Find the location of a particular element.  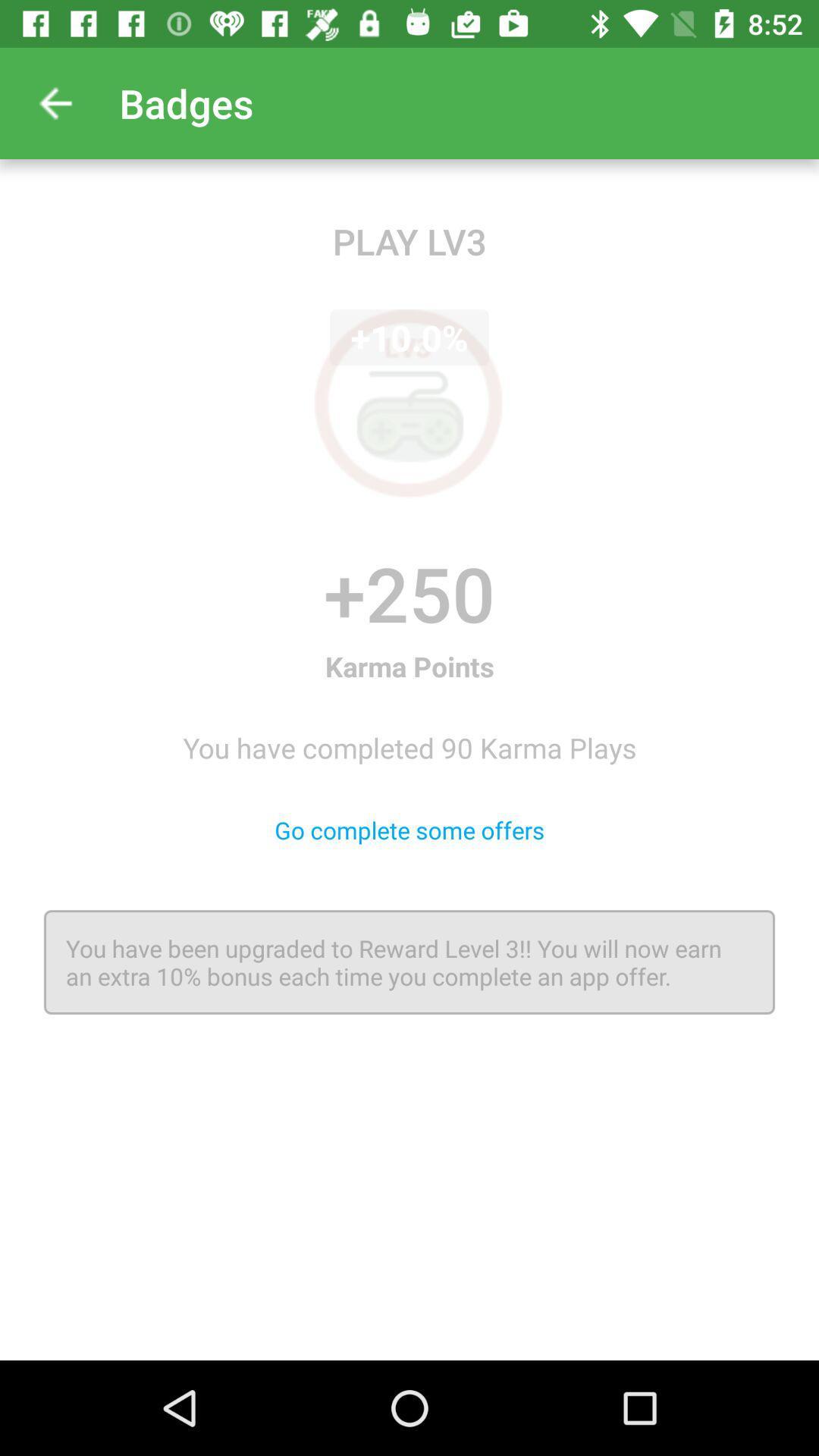

app to the left of the badges item is located at coordinates (55, 102).